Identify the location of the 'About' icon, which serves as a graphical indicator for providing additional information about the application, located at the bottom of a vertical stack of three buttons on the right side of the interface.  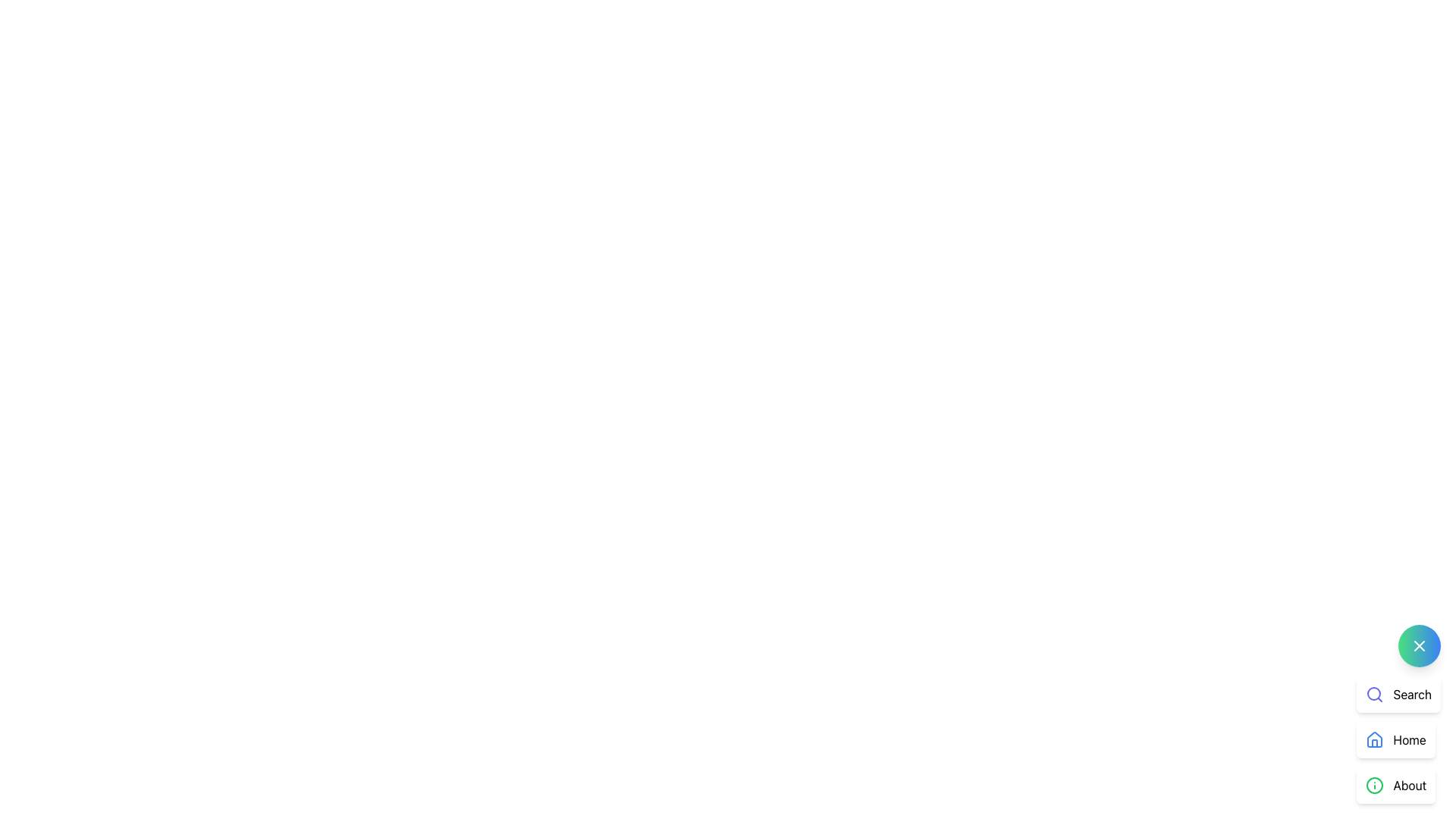
(1375, 785).